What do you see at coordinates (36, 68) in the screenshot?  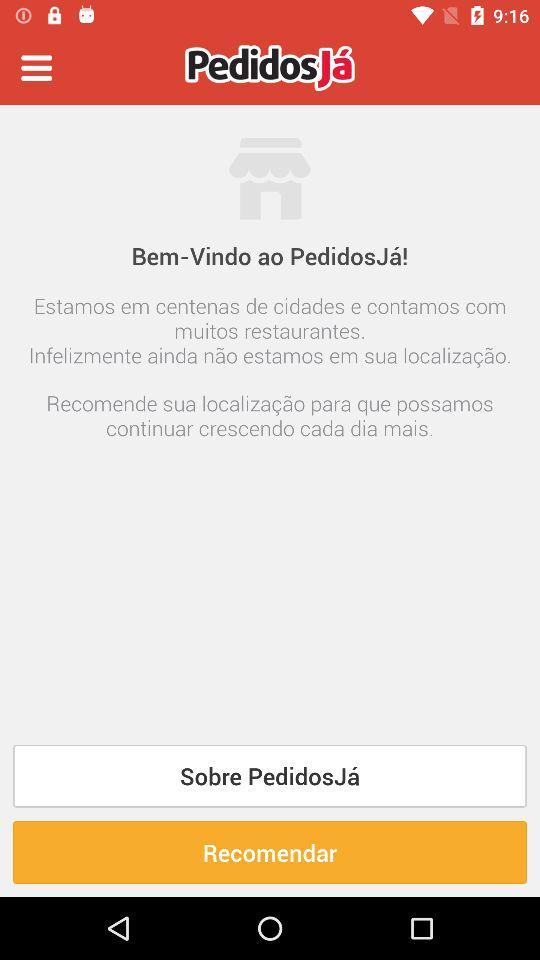 I see `switch menu option` at bounding box center [36, 68].